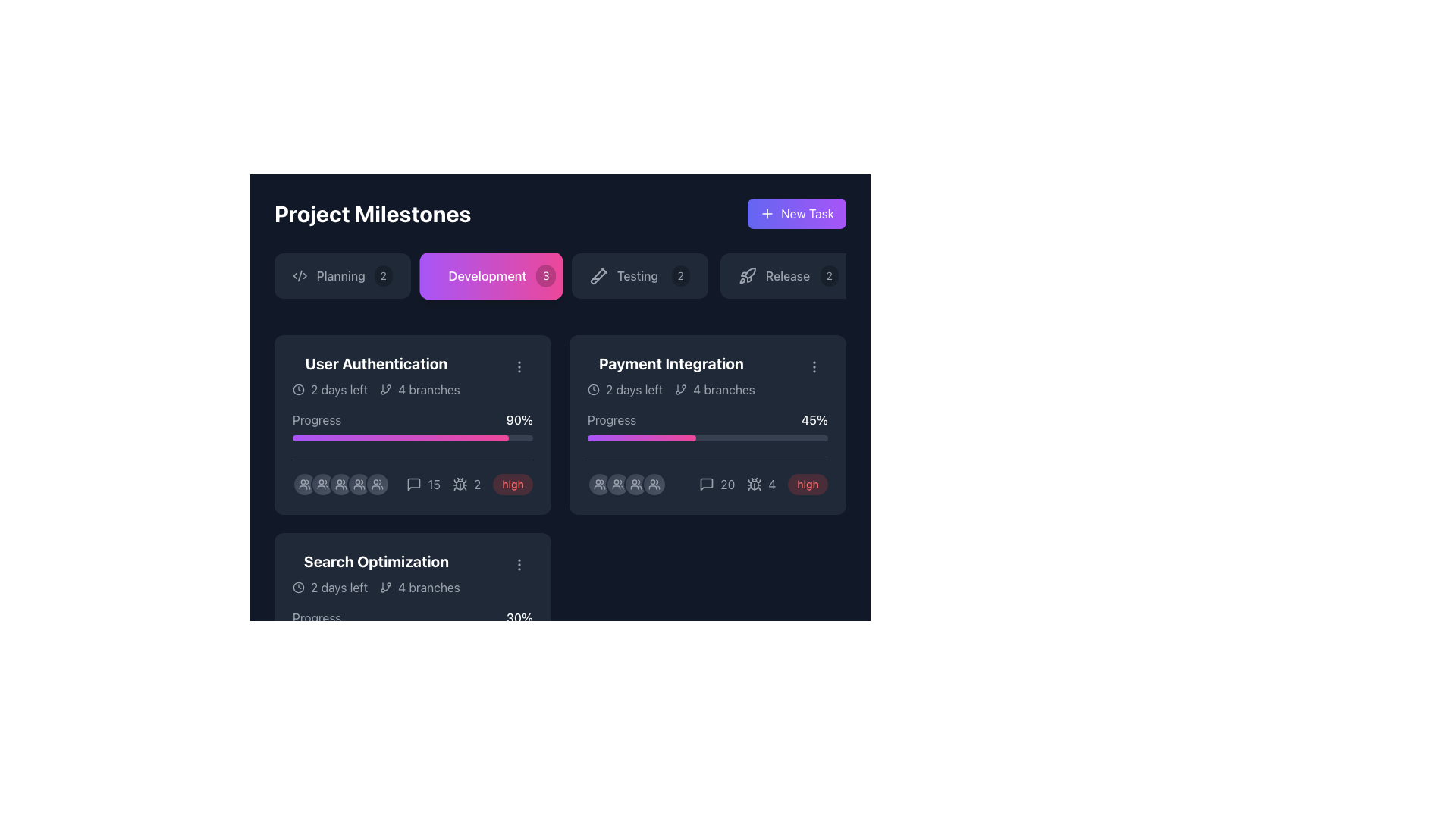 This screenshot has height=819, width=1456. What do you see at coordinates (519, 564) in the screenshot?
I see `the vertical ellipsis icon located in the bottom-right corner of the 'Search Optimization' card` at bounding box center [519, 564].